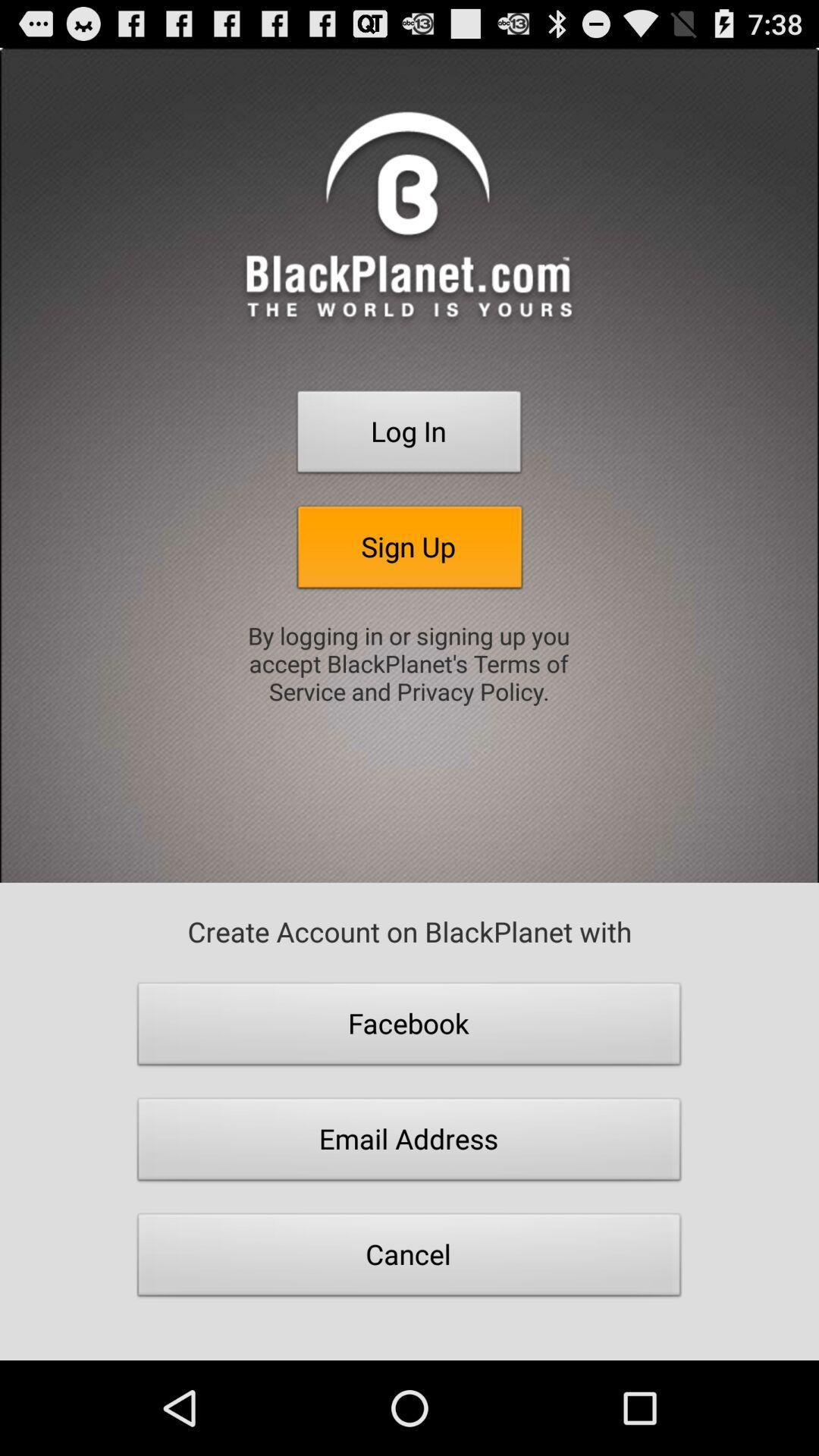 The image size is (819, 1456). What do you see at coordinates (409, 435) in the screenshot?
I see `the log in item` at bounding box center [409, 435].